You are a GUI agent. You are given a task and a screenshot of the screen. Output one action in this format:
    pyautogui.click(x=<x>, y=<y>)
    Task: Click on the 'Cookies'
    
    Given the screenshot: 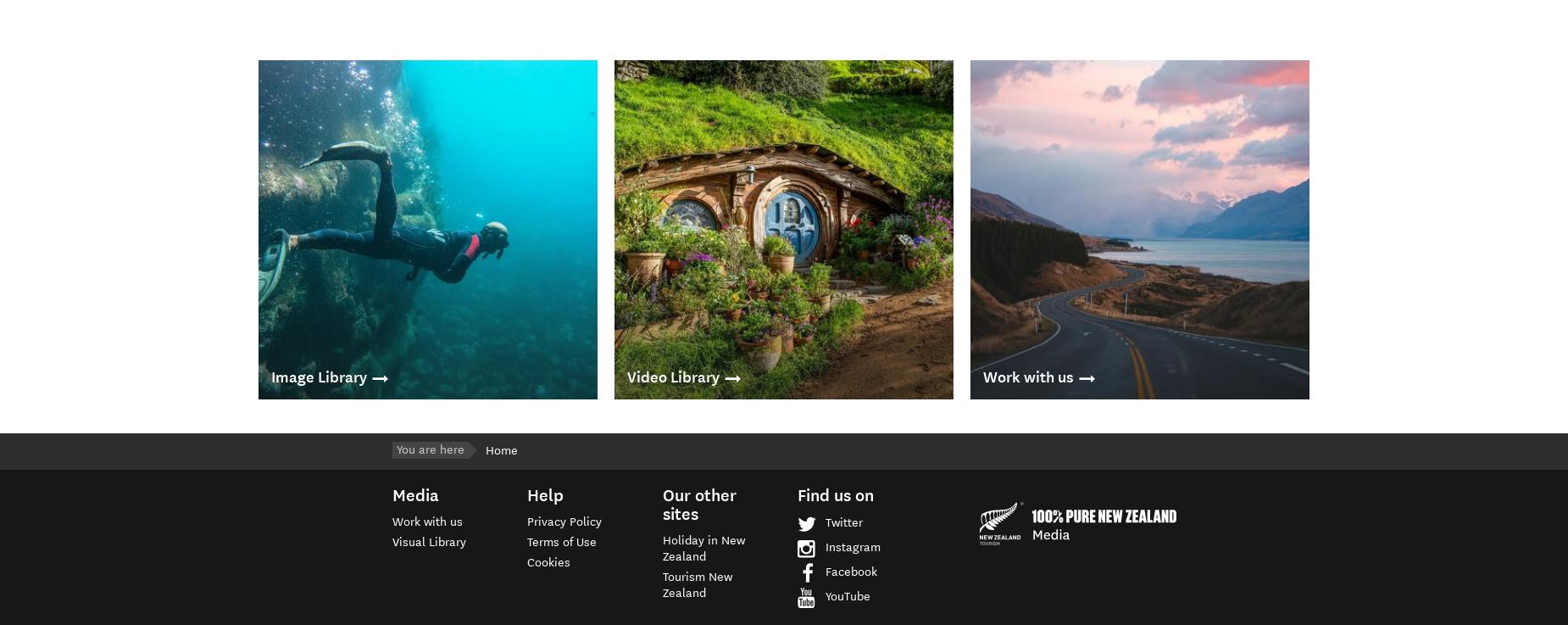 What is the action you would take?
    pyautogui.click(x=548, y=561)
    